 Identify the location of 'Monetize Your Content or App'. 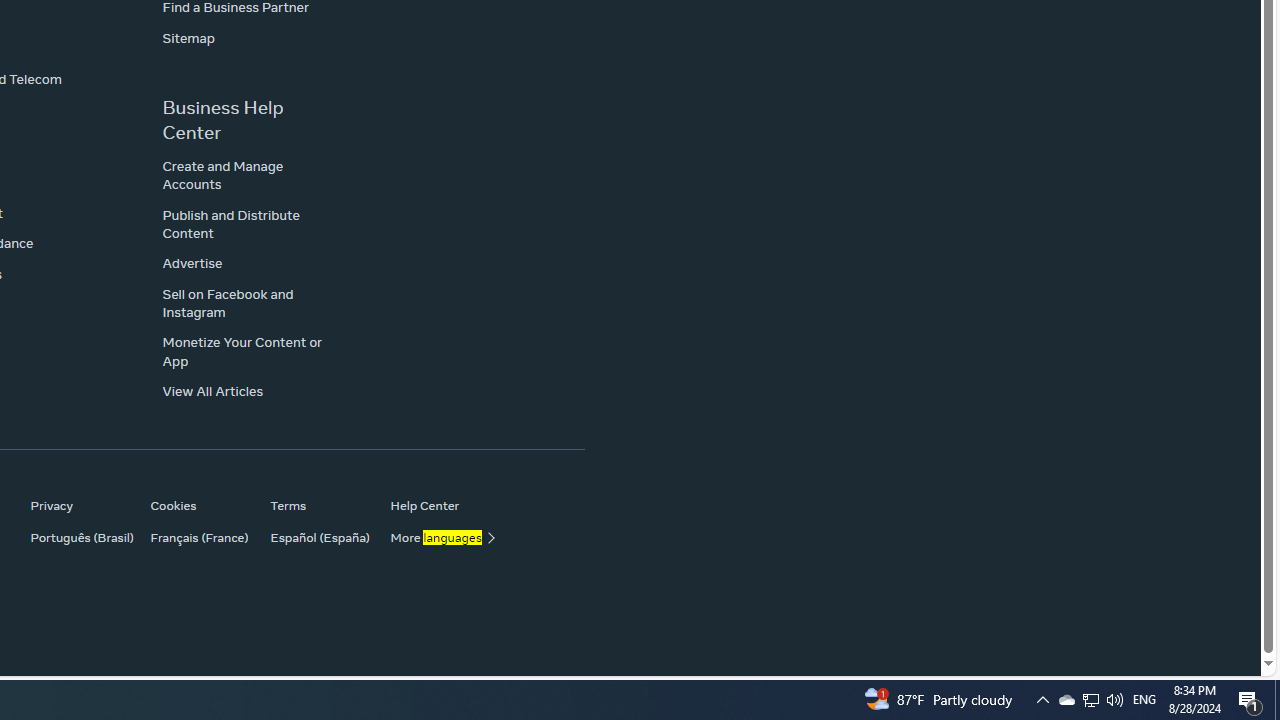
(241, 350).